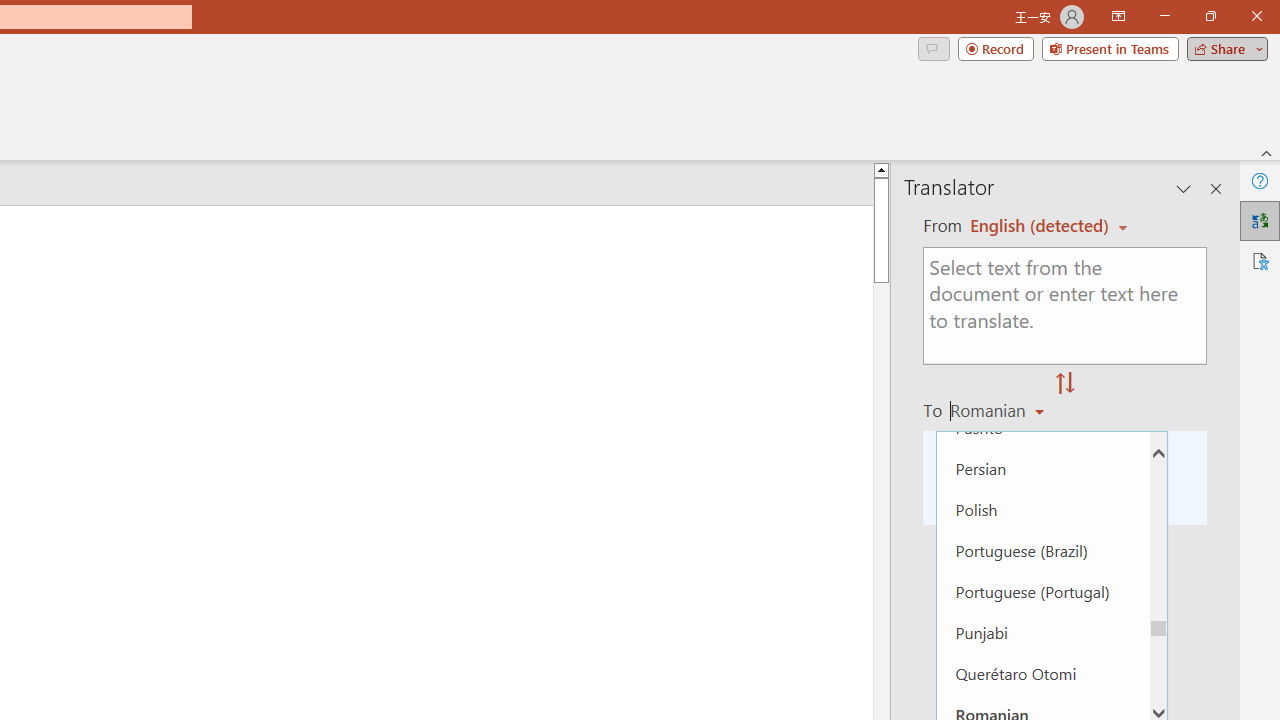 This screenshot has height=720, width=1280. Describe the element at coordinates (1042, 426) in the screenshot. I see `'Pashto'` at that location.